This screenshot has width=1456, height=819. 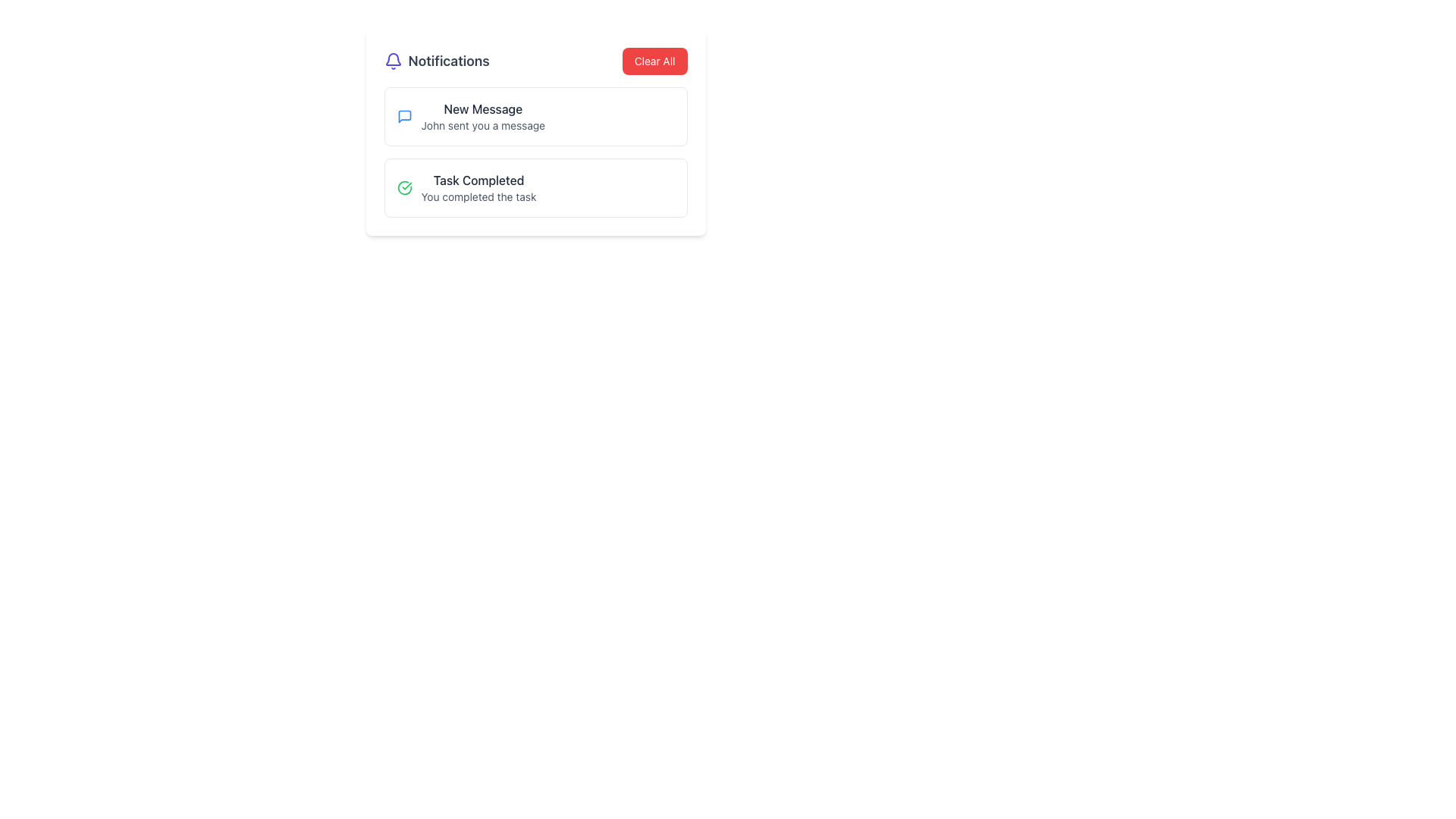 I want to click on the Text label located beneath the 'Task Completed' notification in the Notifications panel, so click(x=478, y=196).